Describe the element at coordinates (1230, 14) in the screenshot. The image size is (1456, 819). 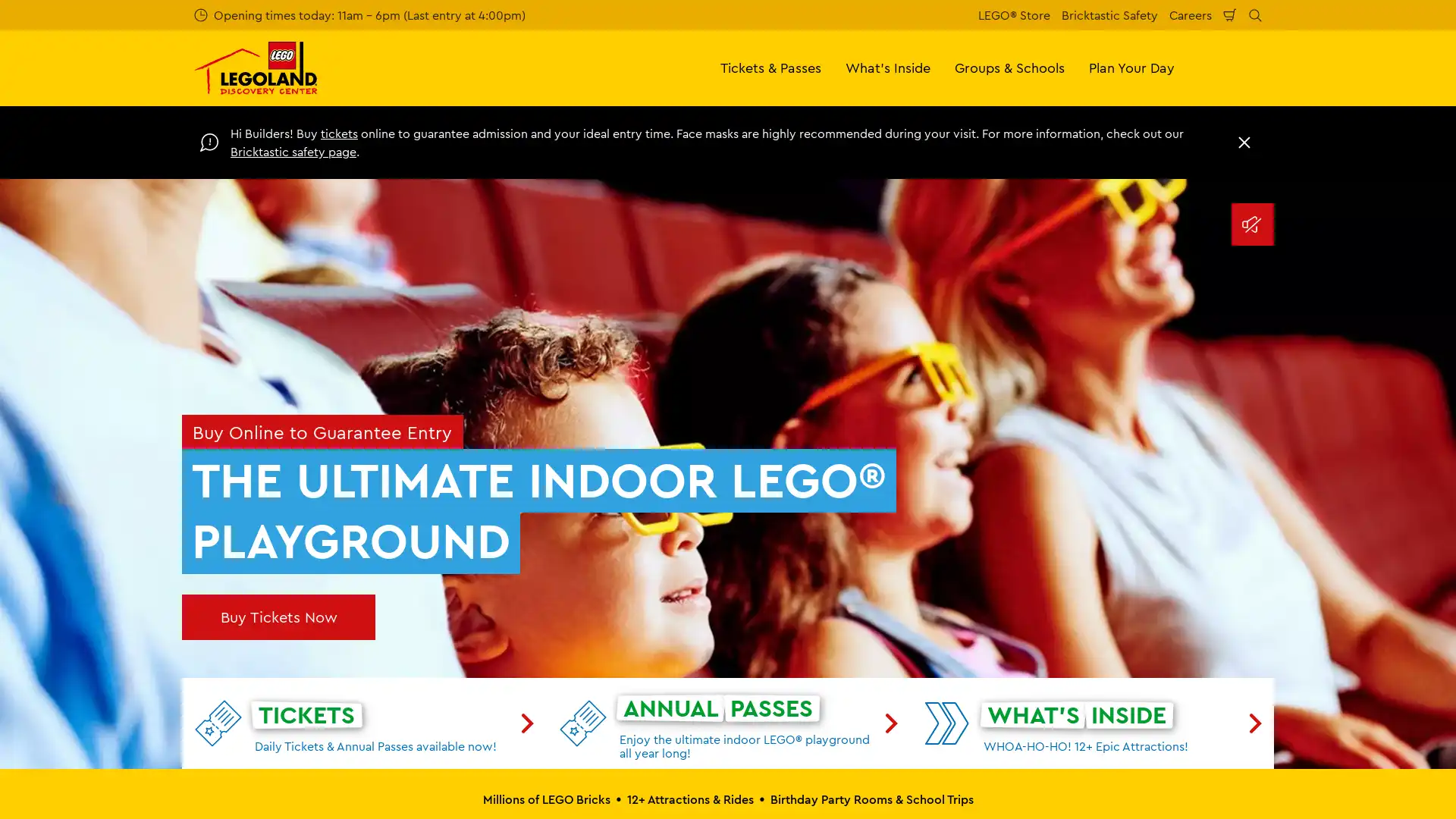
I see `Shopping Cart` at that location.